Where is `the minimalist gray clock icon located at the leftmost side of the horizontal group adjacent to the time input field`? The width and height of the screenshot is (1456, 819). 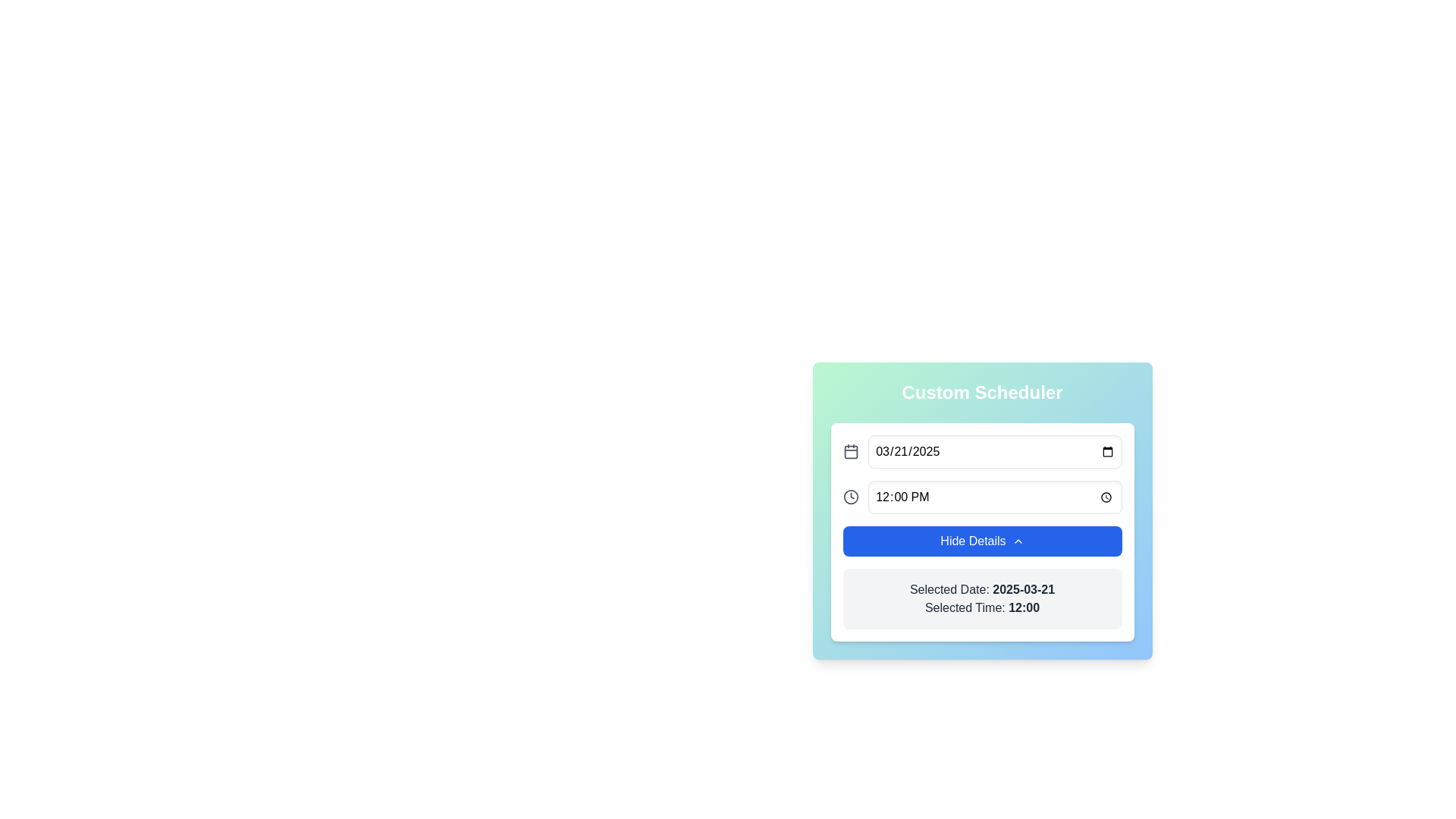
the minimalist gray clock icon located at the leftmost side of the horizontal group adjacent to the time input field is located at coordinates (851, 497).